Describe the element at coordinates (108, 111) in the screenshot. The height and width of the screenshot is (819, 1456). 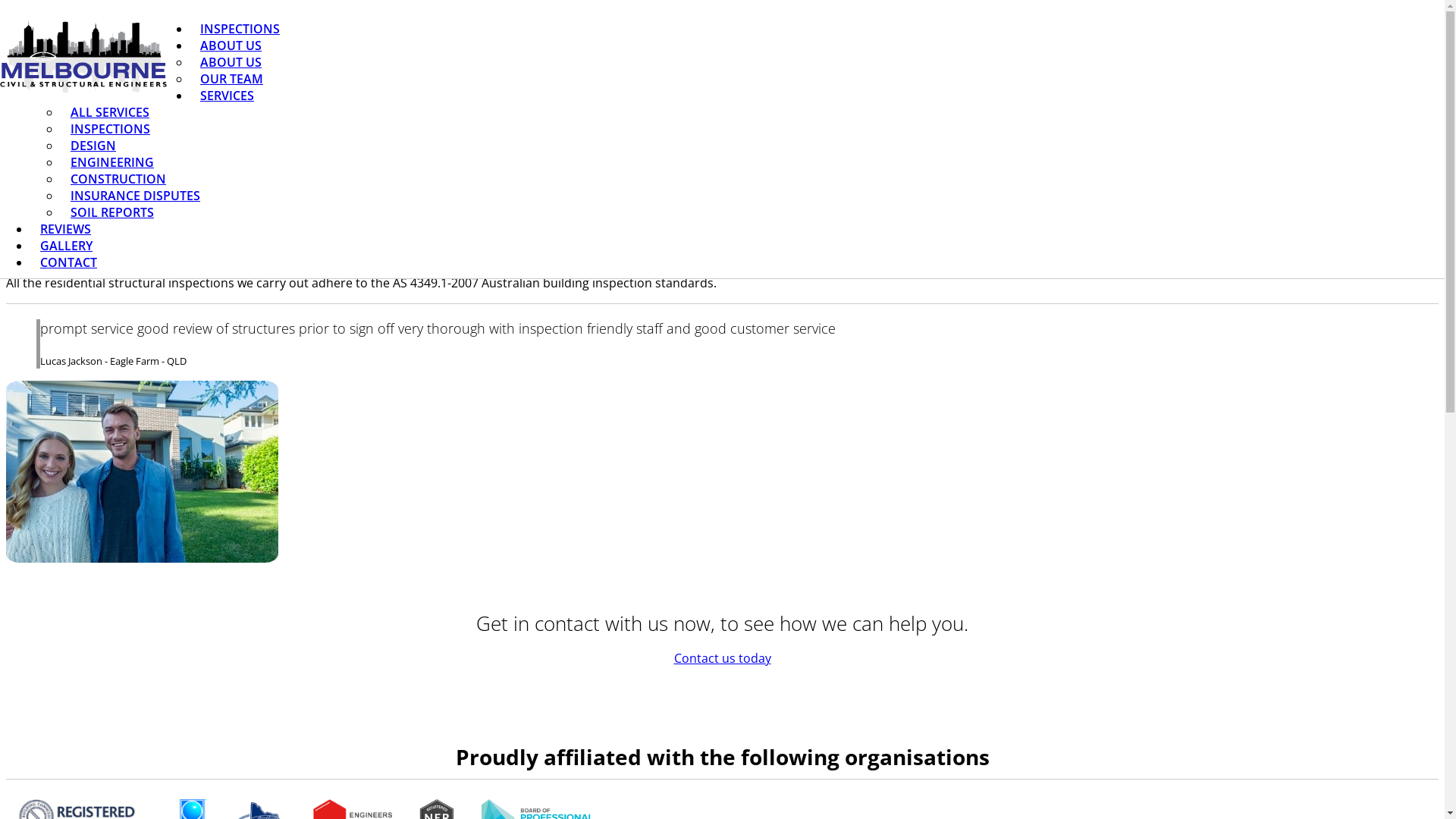
I see `'ALL SERVICES'` at that location.